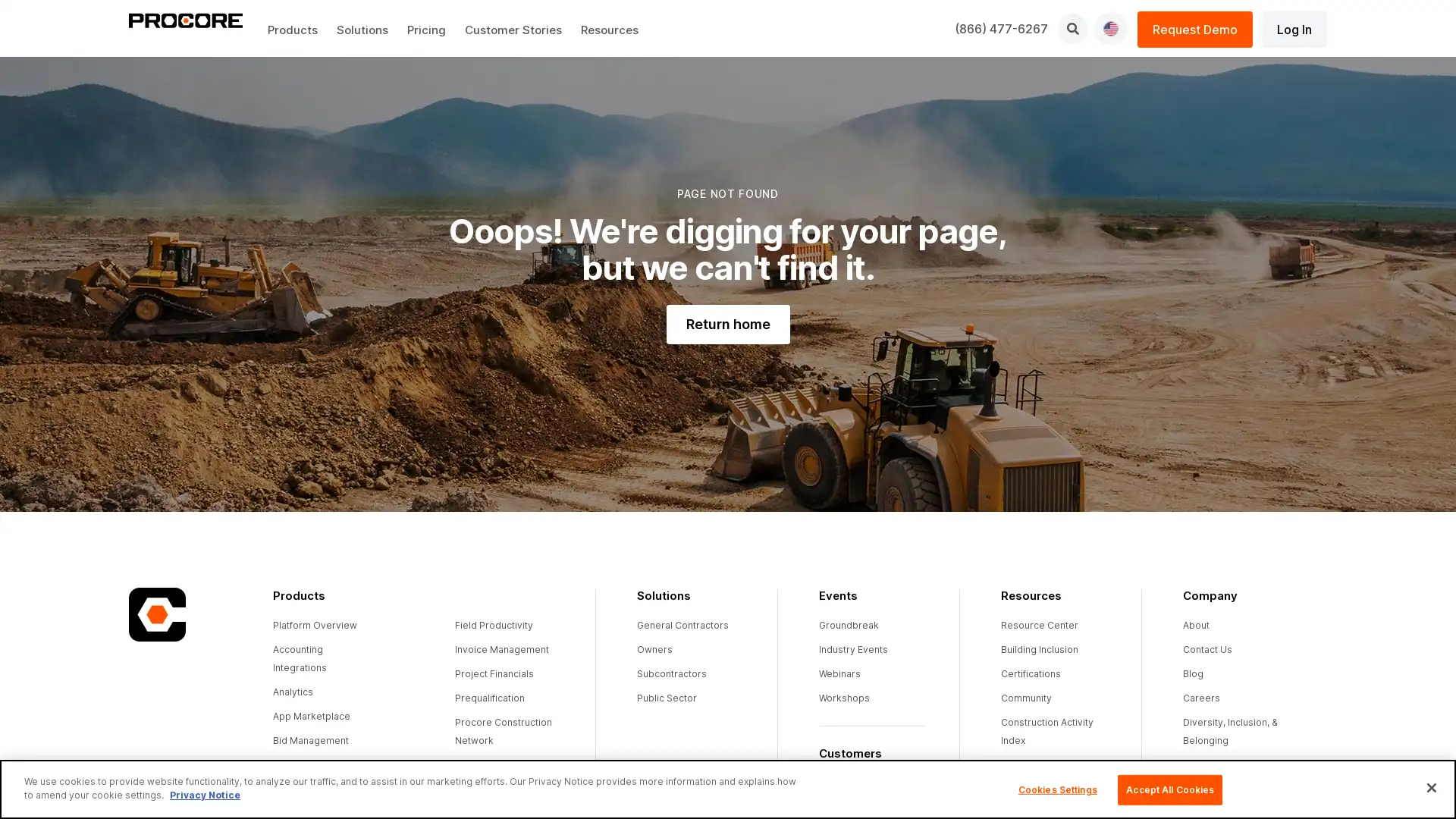  I want to click on Accept All Cookies, so click(1169, 789).